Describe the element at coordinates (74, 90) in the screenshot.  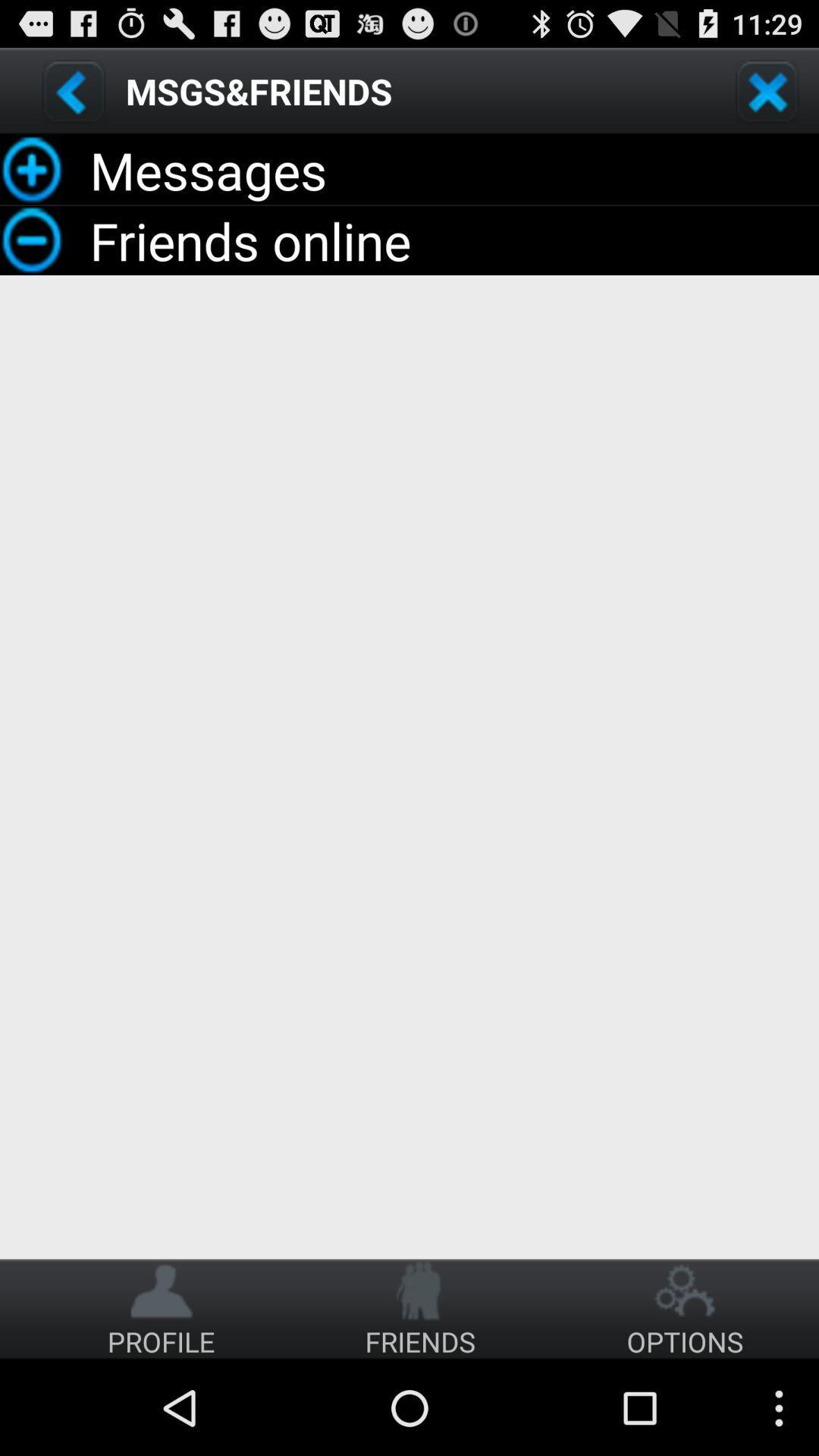
I see `go back` at that location.